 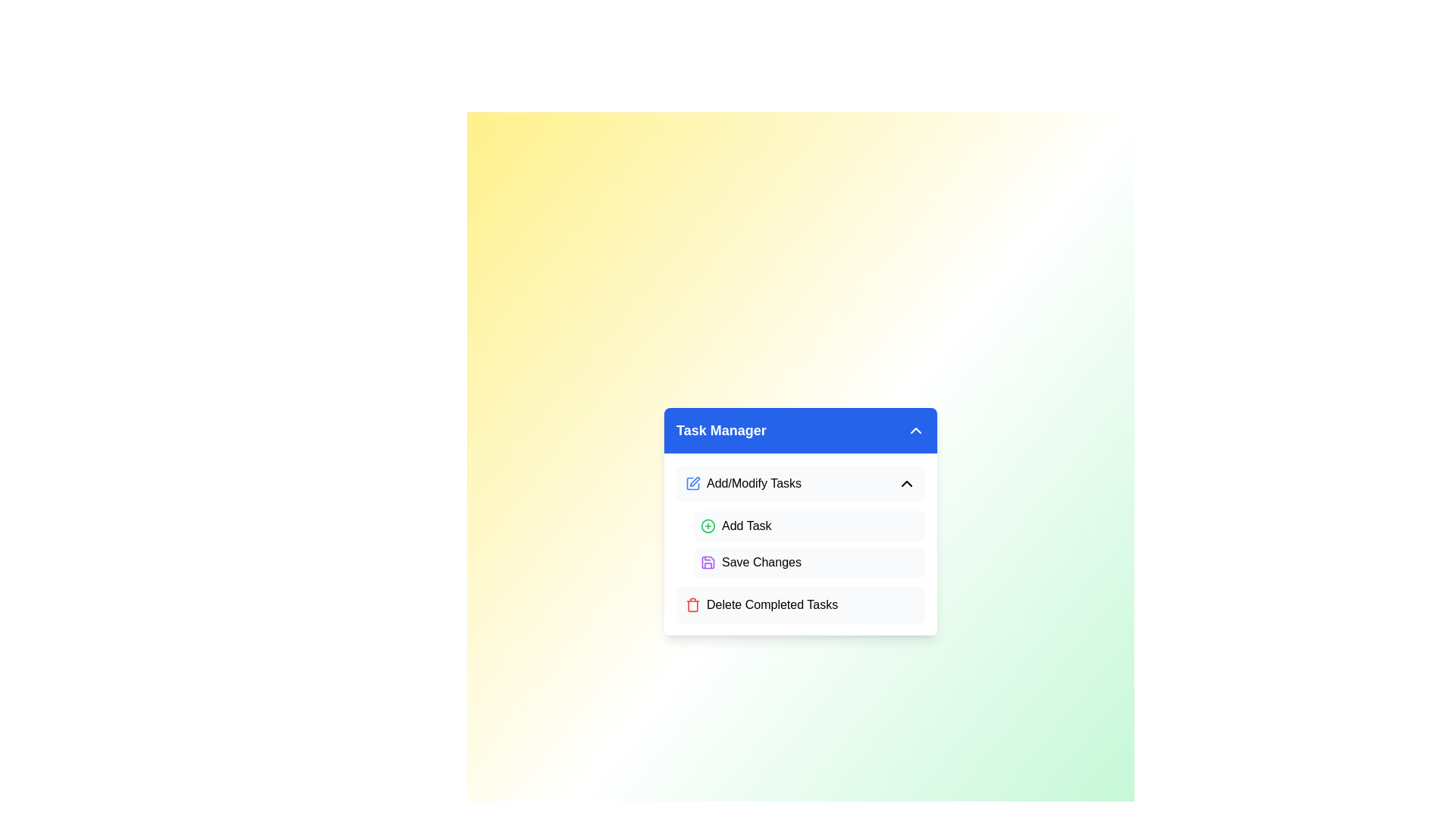 What do you see at coordinates (754, 483) in the screenshot?
I see `the text label indicating the section for adding or modifying tasks` at bounding box center [754, 483].